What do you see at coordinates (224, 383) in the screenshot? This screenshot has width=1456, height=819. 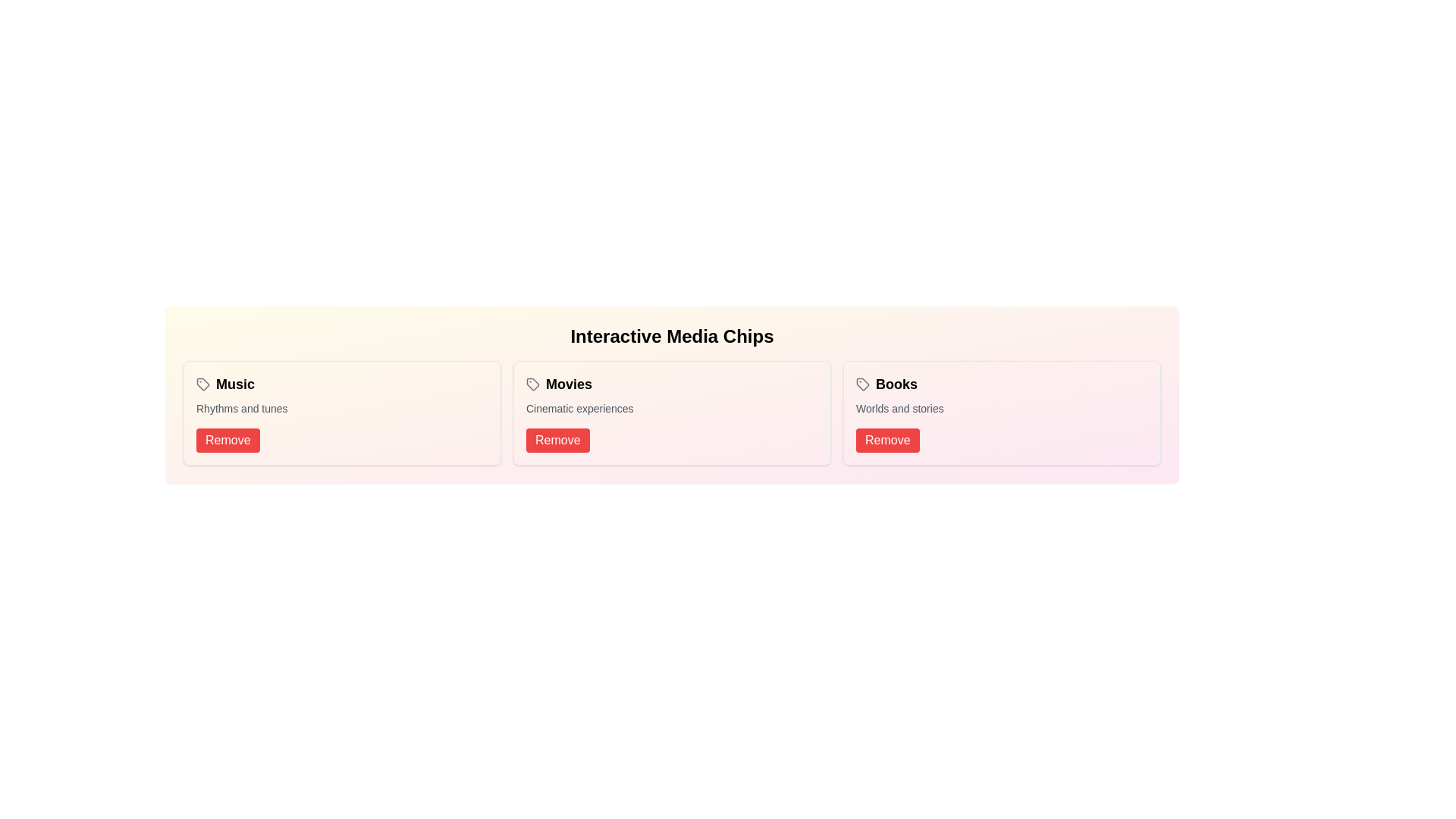 I see `the text content of the chip labeled Music` at bounding box center [224, 383].